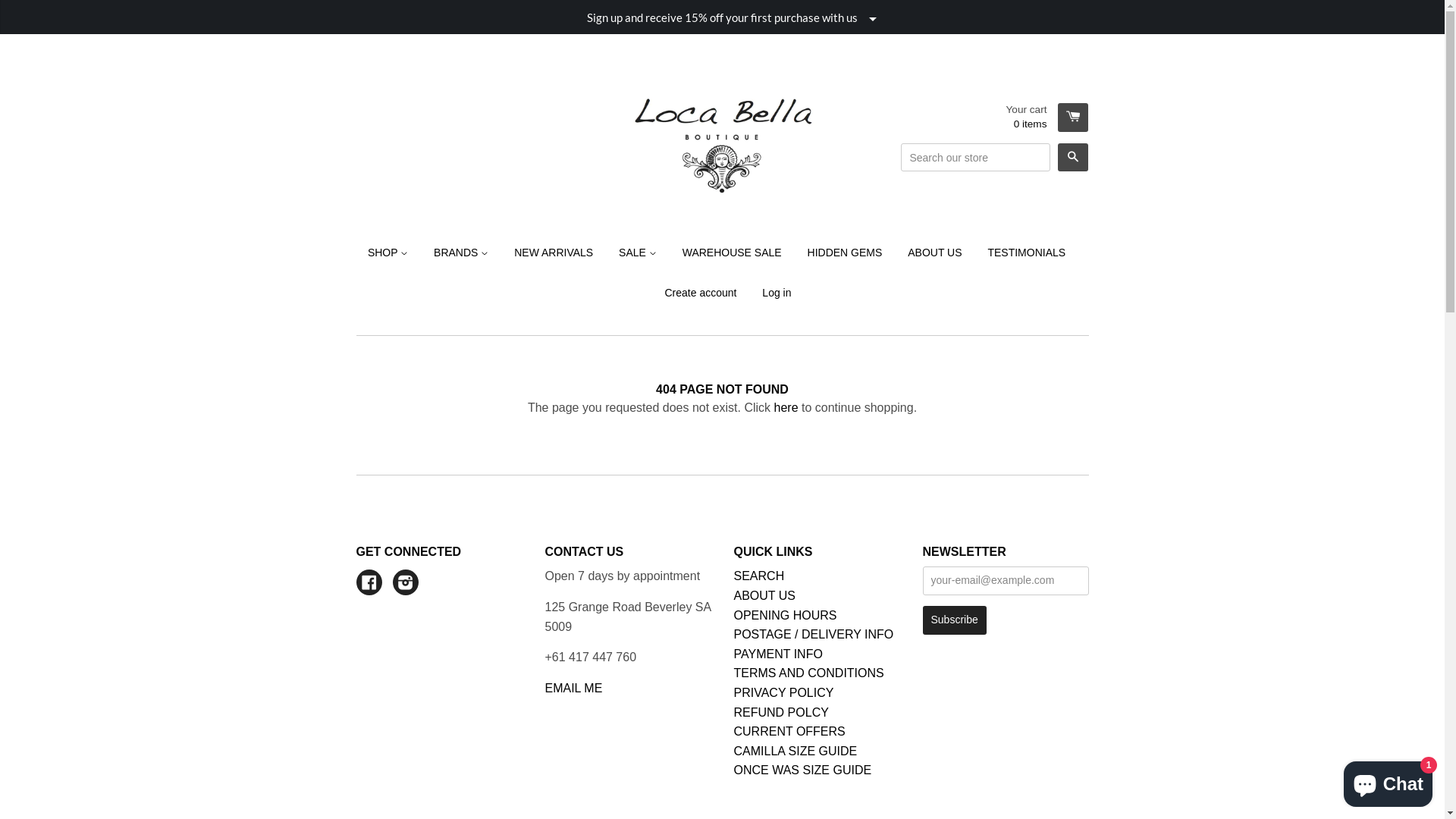 The image size is (1456, 819). I want to click on 'WAREHOUSE SALE', so click(732, 251).